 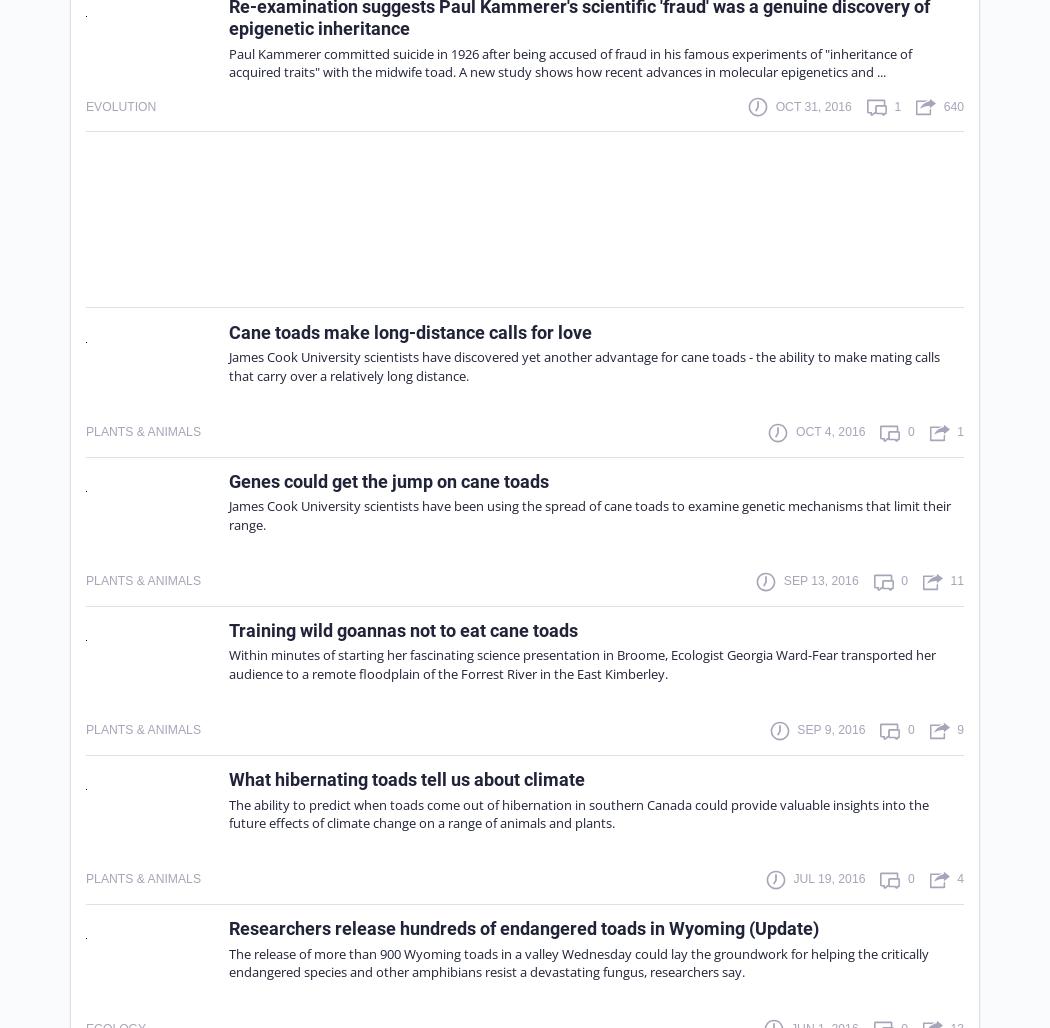 What do you see at coordinates (229, 779) in the screenshot?
I see `'What hibernating toads tell us about climate'` at bounding box center [229, 779].